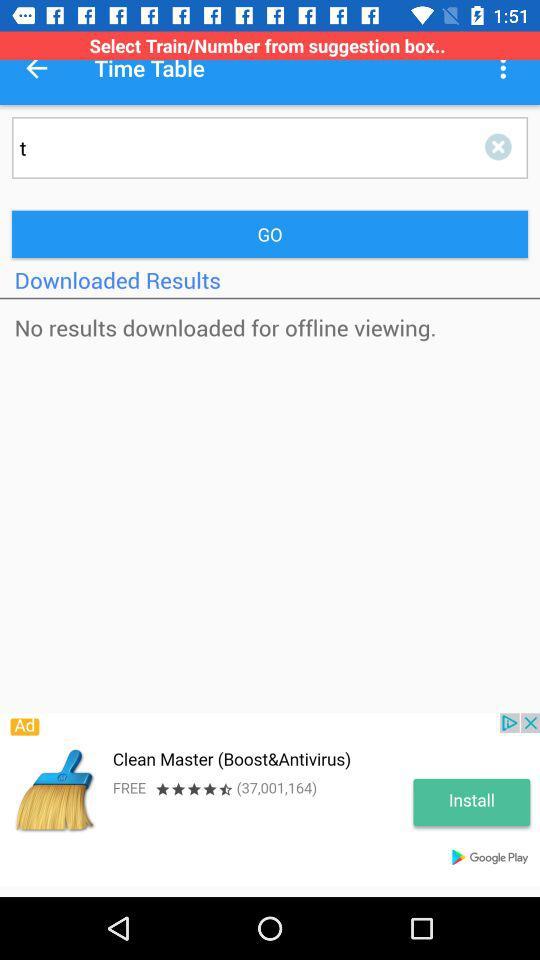  What do you see at coordinates (501, 146) in the screenshot?
I see `clear field` at bounding box center [501, 146].